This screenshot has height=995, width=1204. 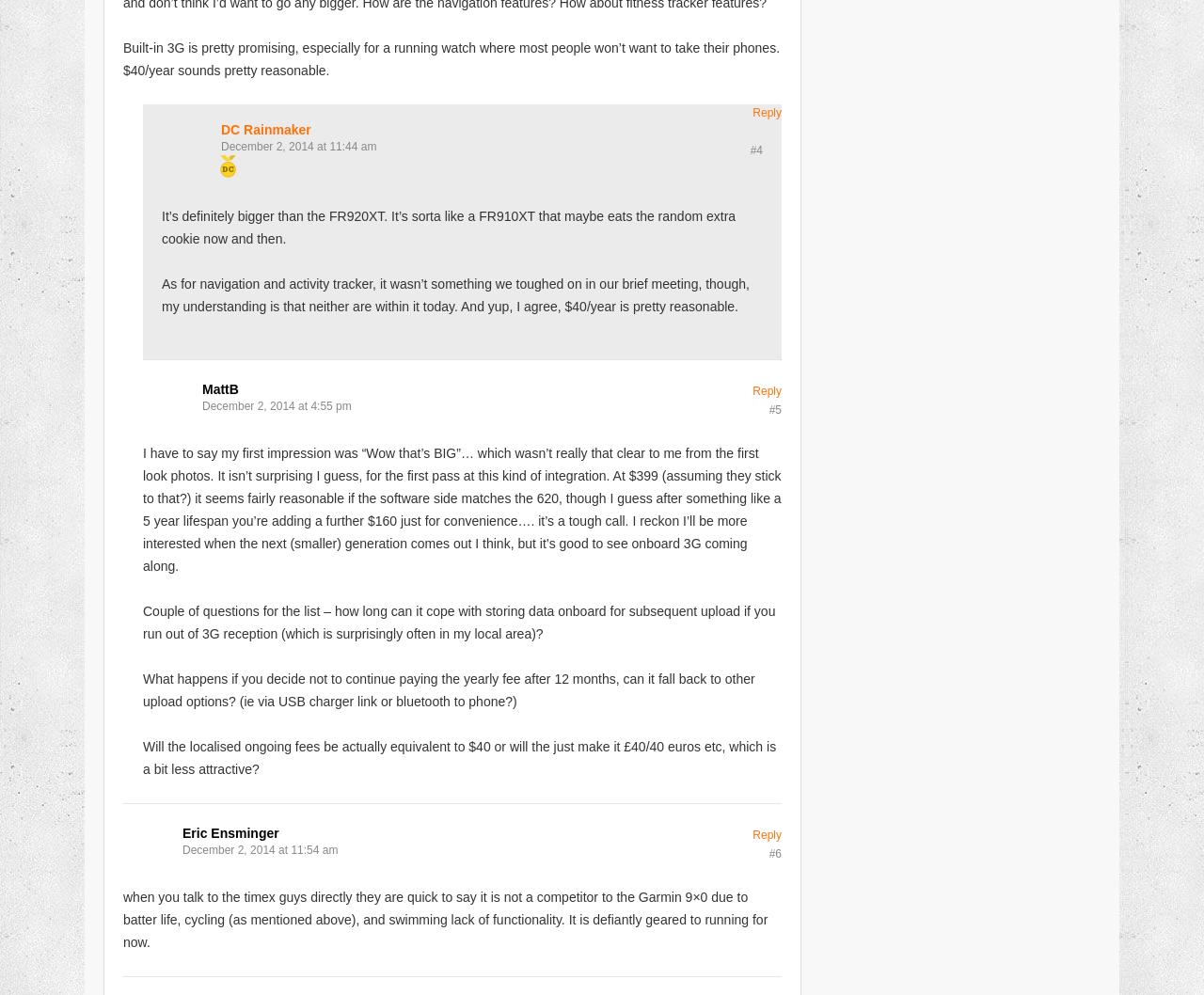 What do you see at coordinates (264, 128) in the screenshot?
I see `'DC Rainmaker'` at bounding box center [264, 128].